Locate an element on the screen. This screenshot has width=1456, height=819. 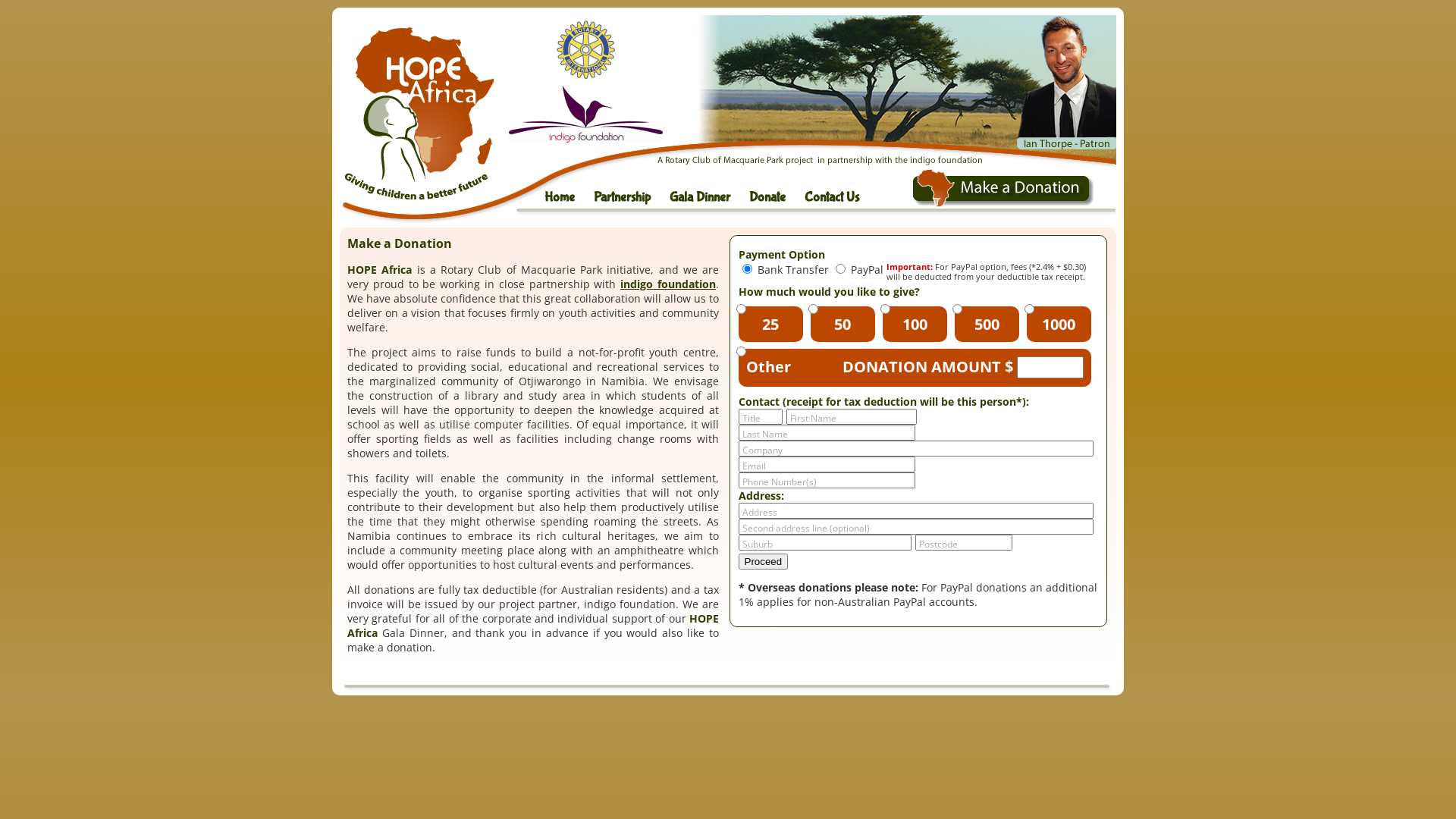
'Contact Us' is located at coordinates (840, 193).